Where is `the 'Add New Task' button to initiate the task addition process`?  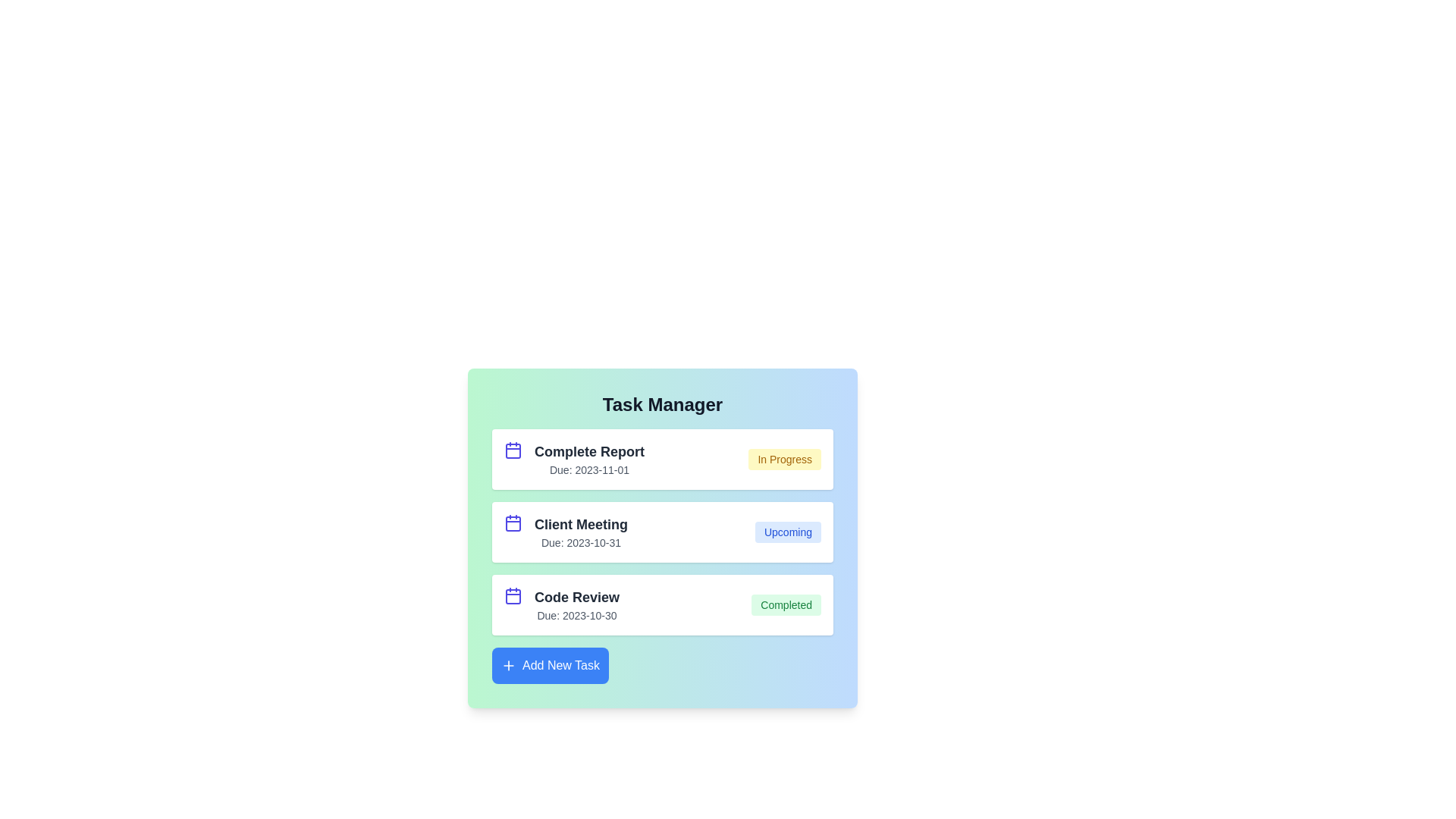
the 'Add New Task' button to initiate the task addition process is located at coordinates (549, 665).